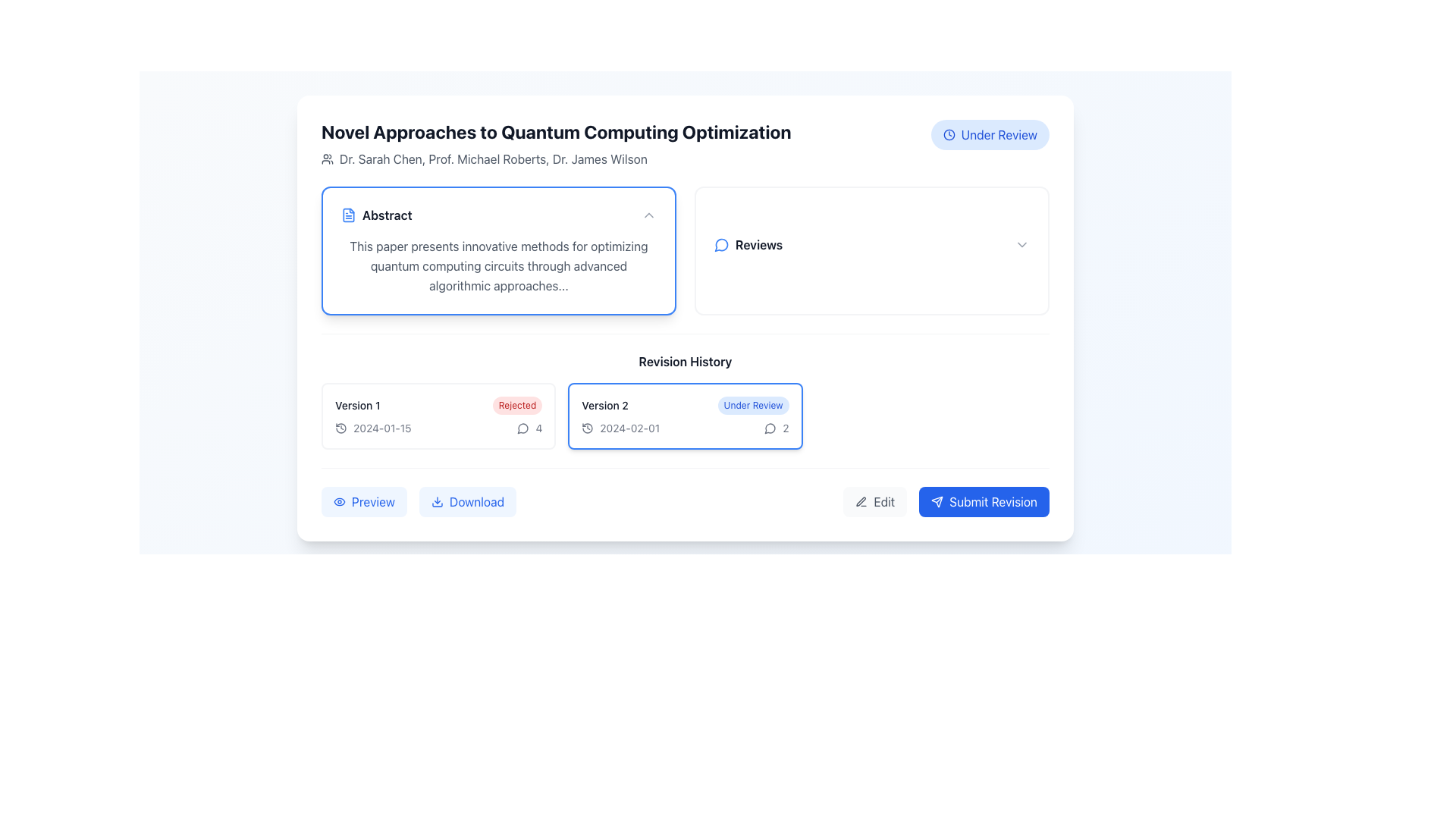  I want to click on the 'Abstract' text label, which serves as a section heading indicating the content of the related document, located within a card under the heading 'Novel Approaches to Quantum Computing Optimization', so click(387, 215).